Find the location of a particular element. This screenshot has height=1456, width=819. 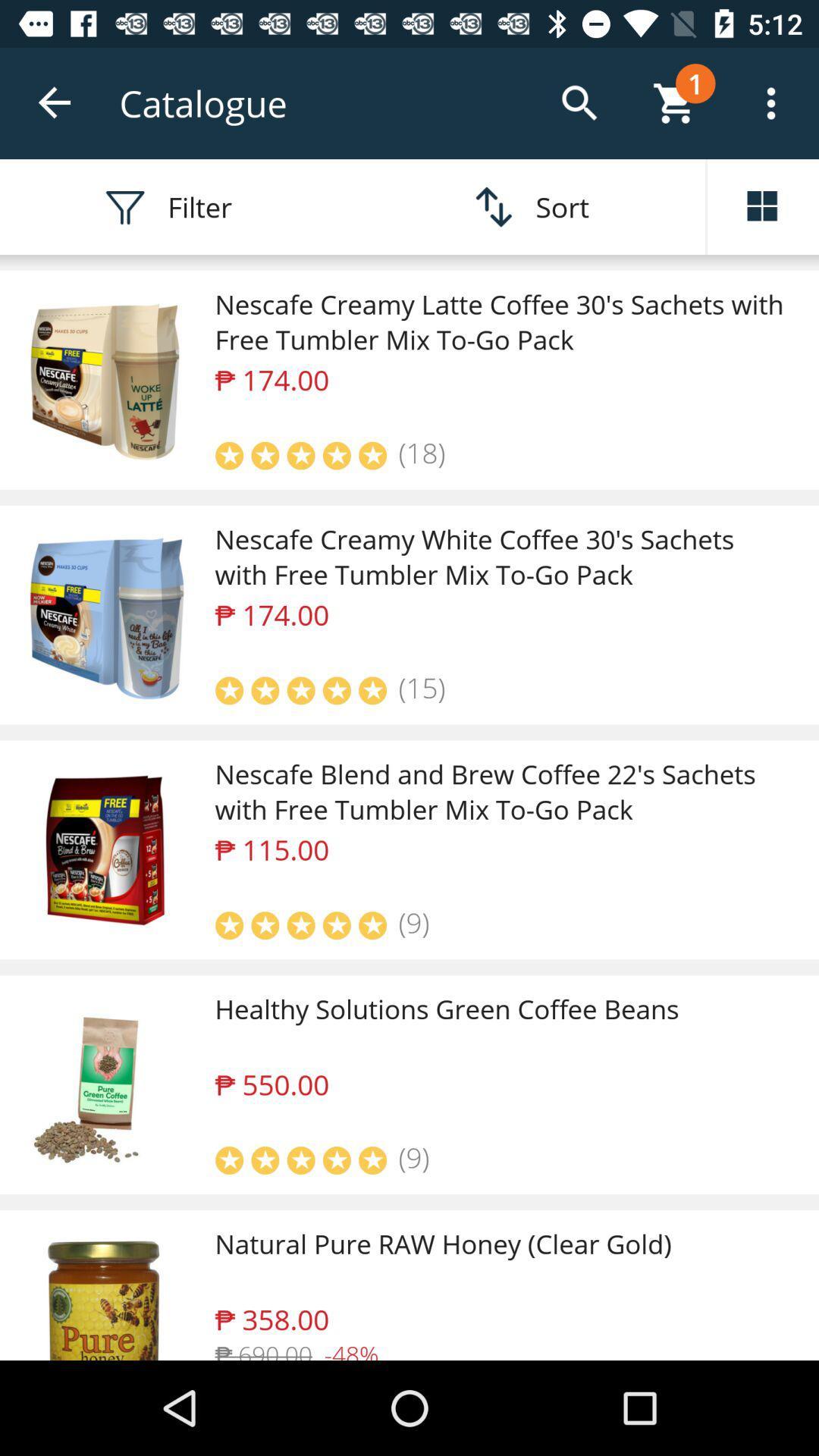

show elements in squares is located at coordinates (763, 206).